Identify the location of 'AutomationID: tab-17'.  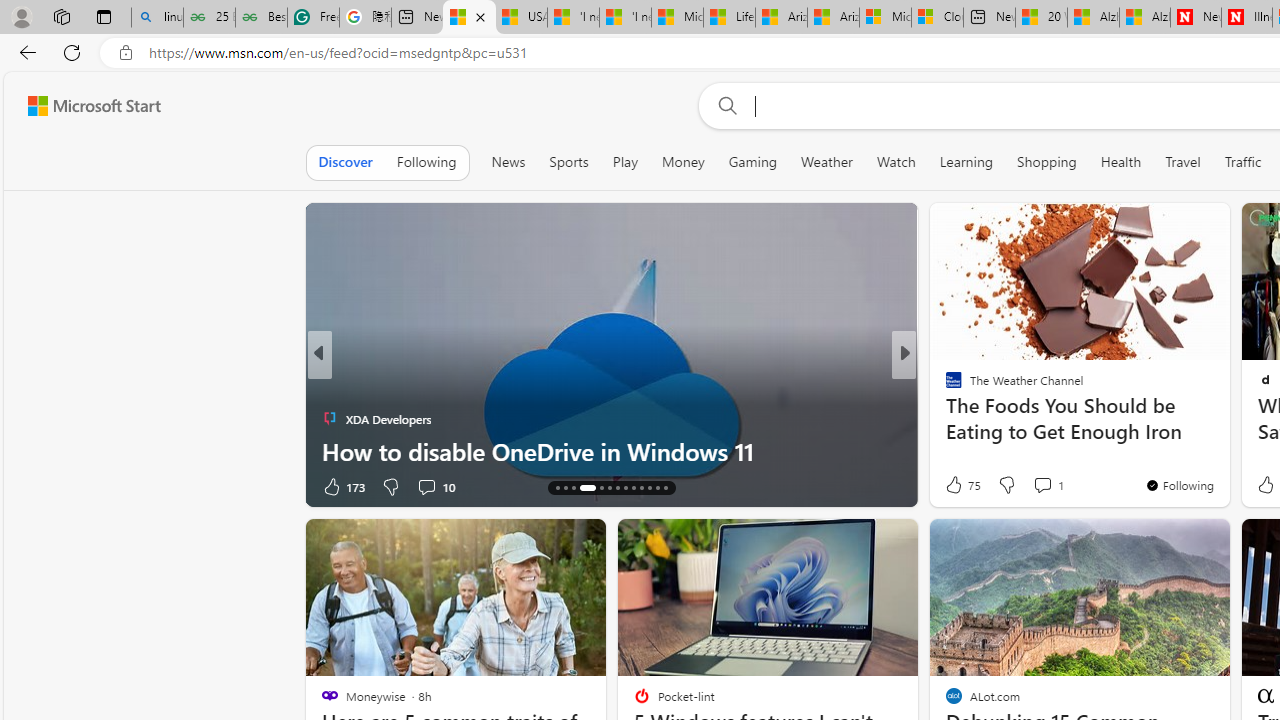
(586, 488).